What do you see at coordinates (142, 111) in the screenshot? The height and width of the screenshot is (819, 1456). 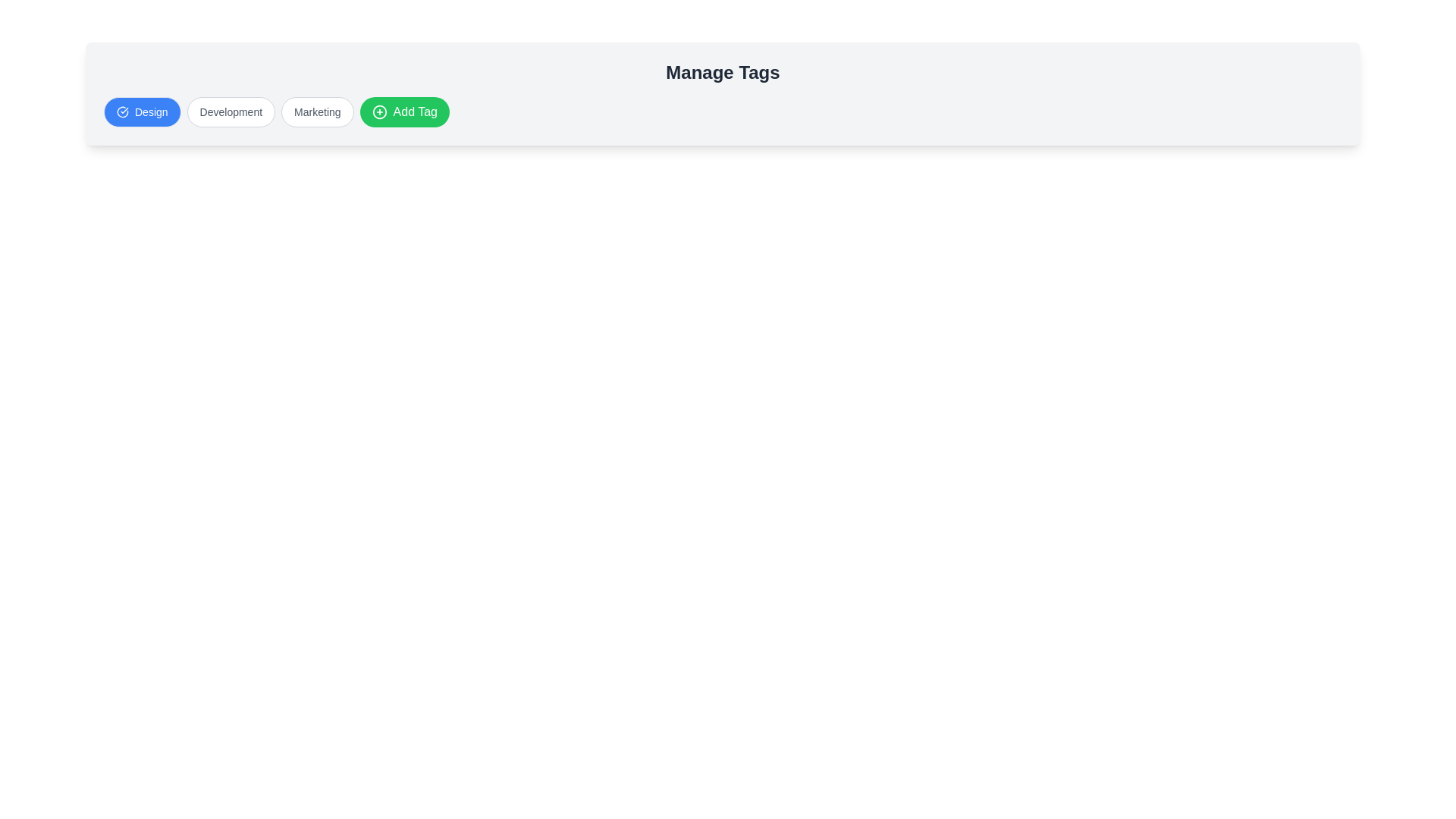 I see `the tag named Design` at bounding box center [142, 111].